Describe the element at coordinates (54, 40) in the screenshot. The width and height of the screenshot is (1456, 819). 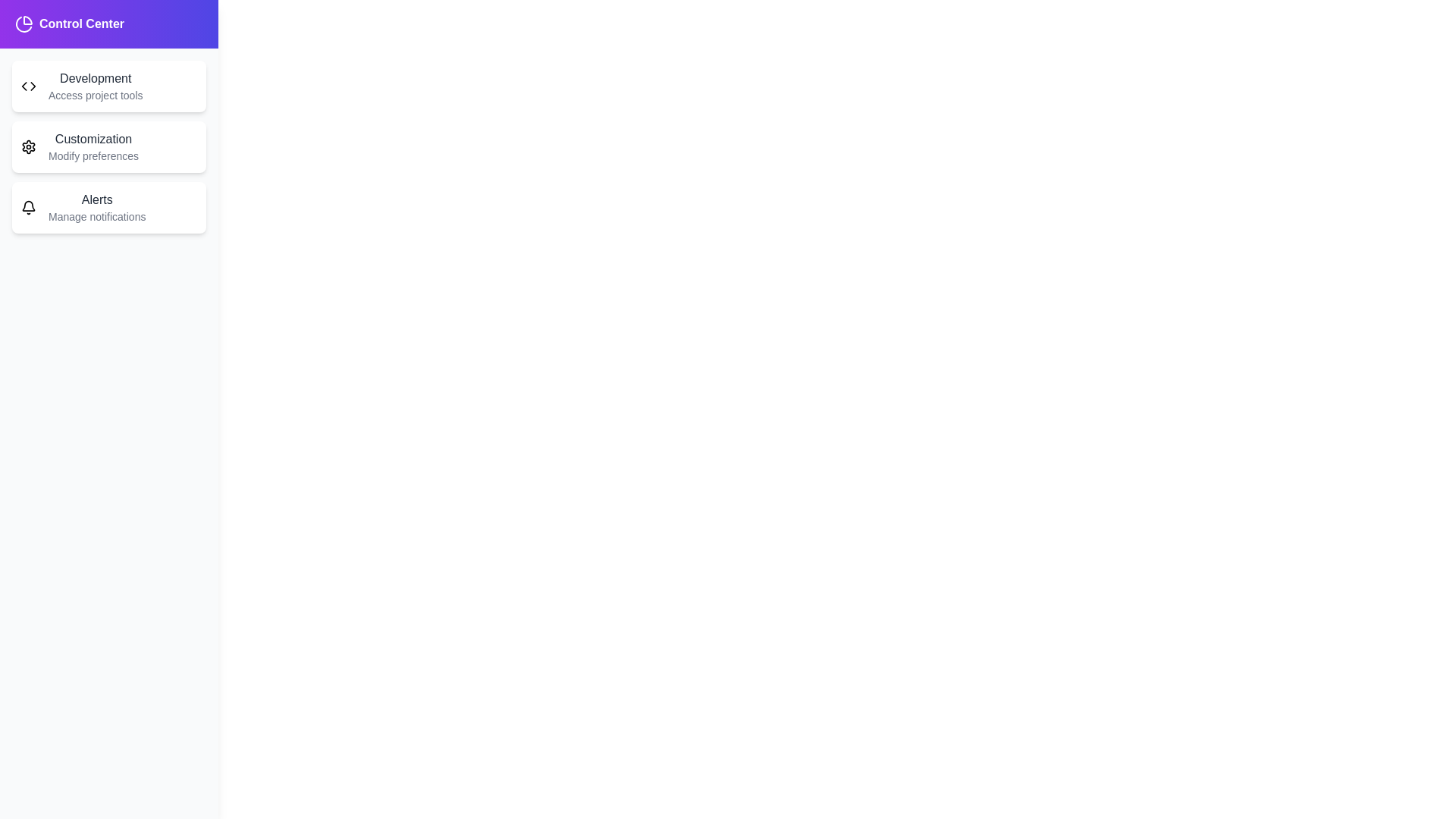
I see `the toggle button to toggle the visibility of the drawer` at that location.